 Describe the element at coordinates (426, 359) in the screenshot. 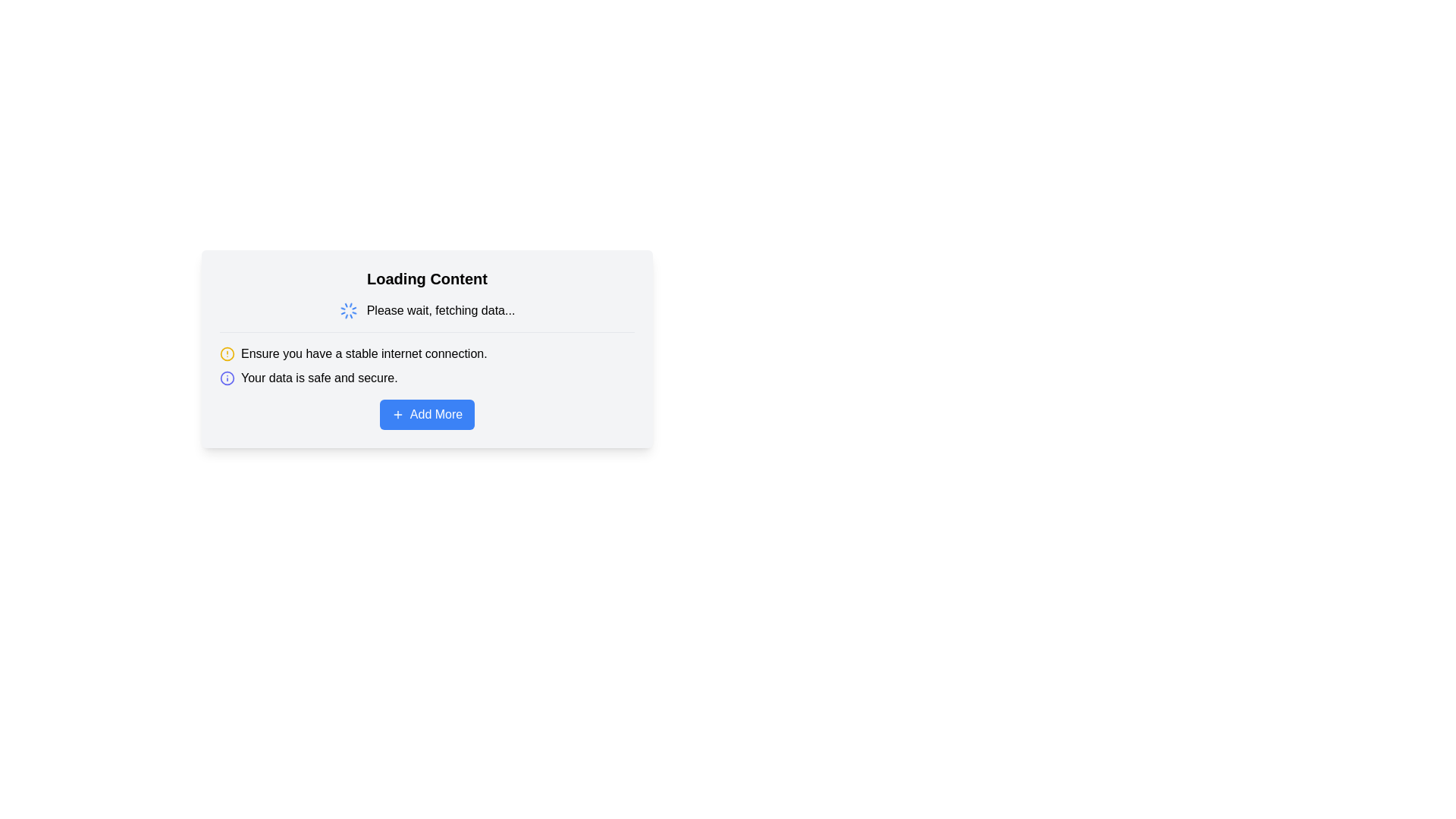

I see `the informational text element that provides users with alerts about internet stability and data security, located below 'Loading Content' and above the 'Add More' button` at that location.